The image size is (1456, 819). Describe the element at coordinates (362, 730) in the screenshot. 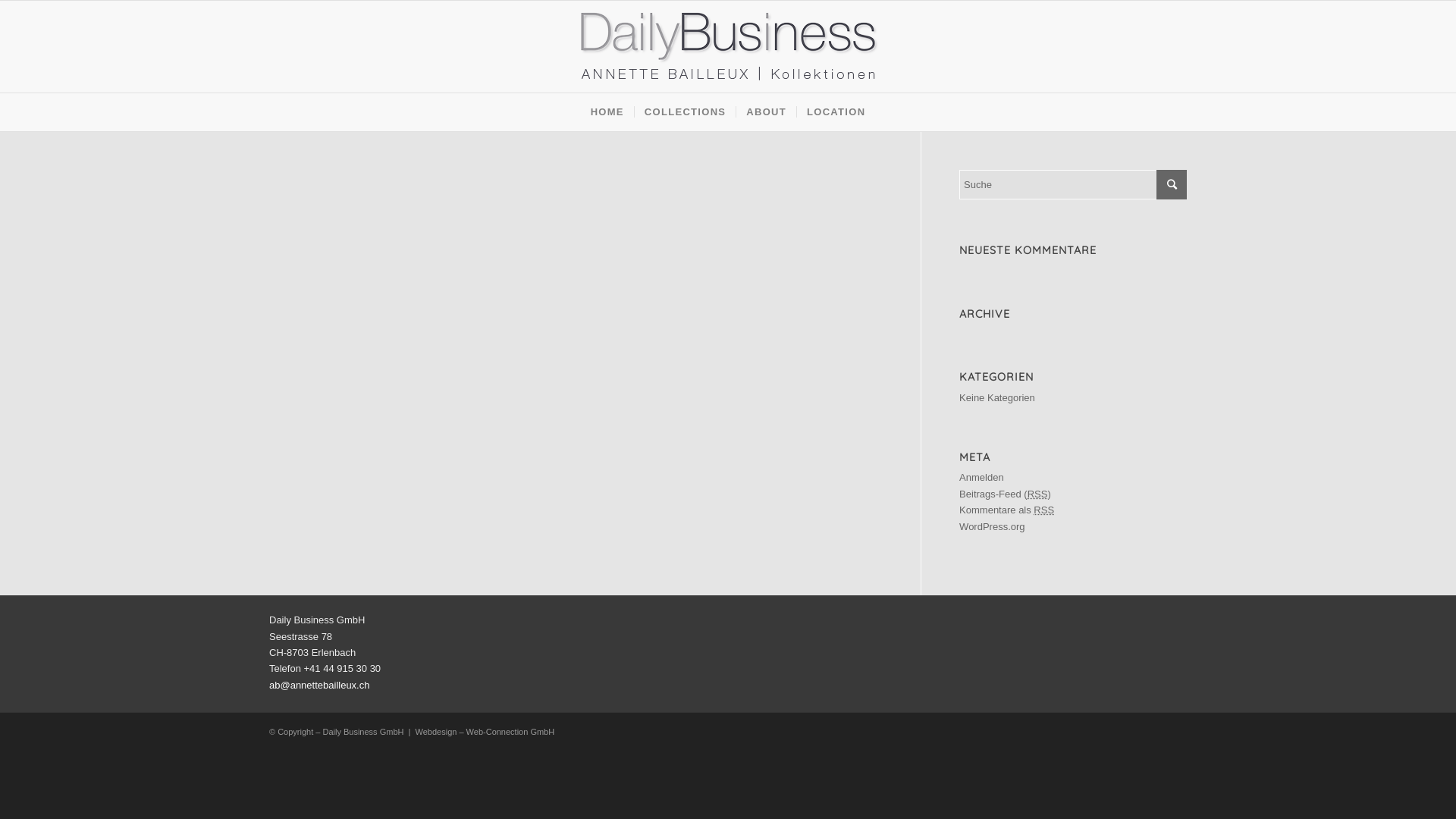

I see `'Daily Business GmbH'` at that location.